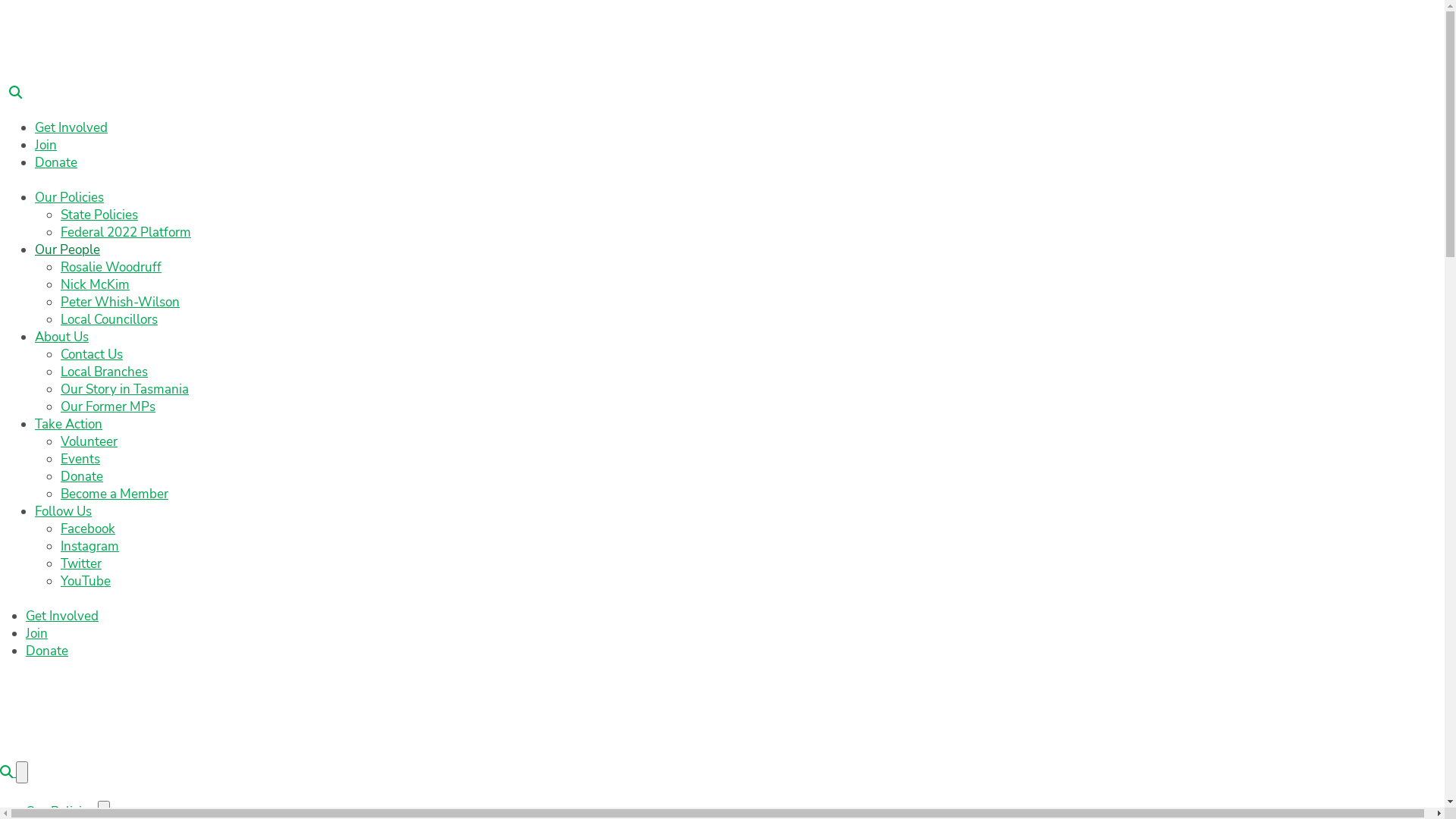 This screenshot has width=1456, height=819. Describe the element at coordinates (79, 458) in the screenshot. I see `'Events'` at that location.